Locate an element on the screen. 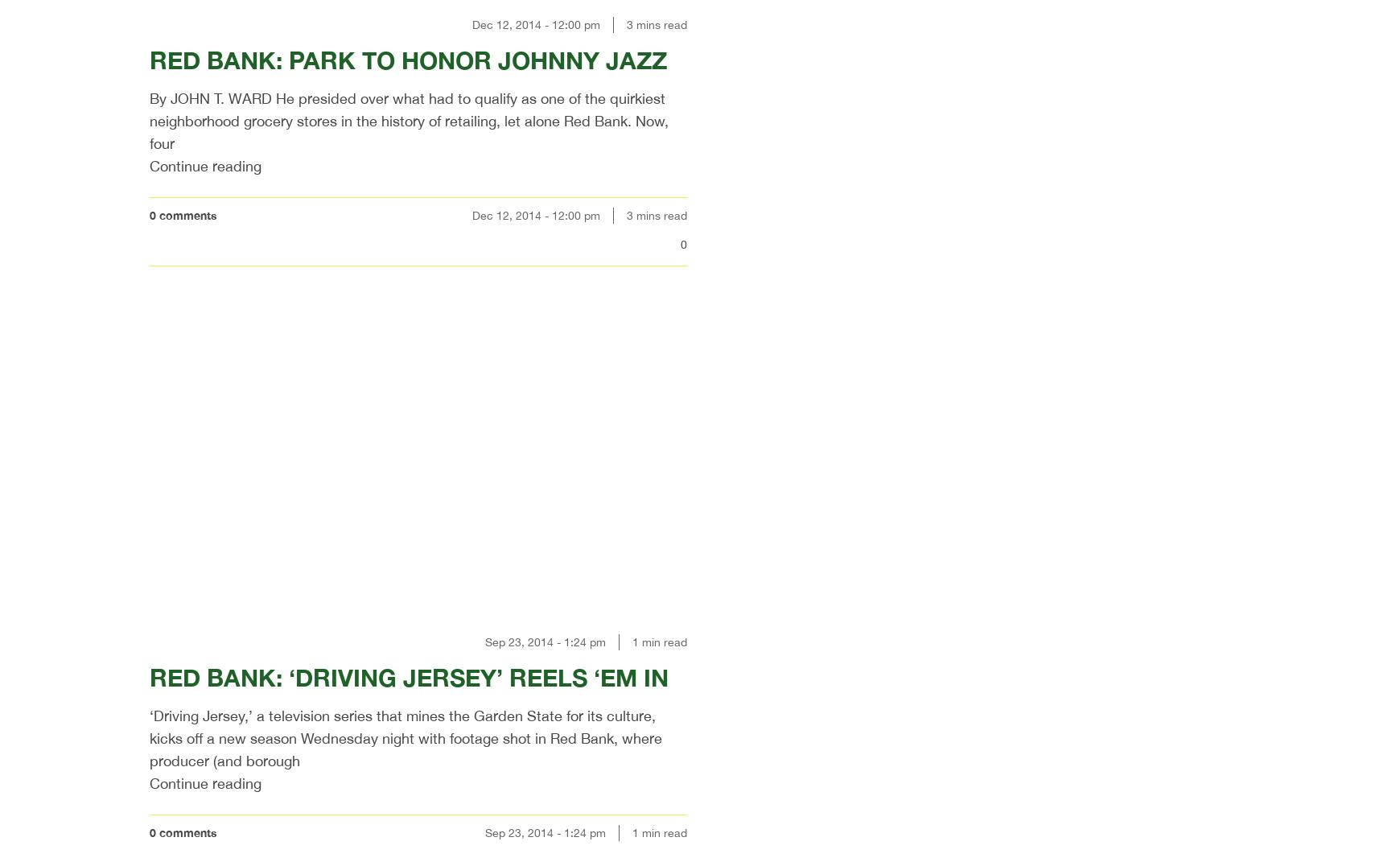 The image size is (1400, 858). 'RED BANK: ‘DRIVING JERSEY’ REELS ‘EM IN' is located at coordinates (408, 678).